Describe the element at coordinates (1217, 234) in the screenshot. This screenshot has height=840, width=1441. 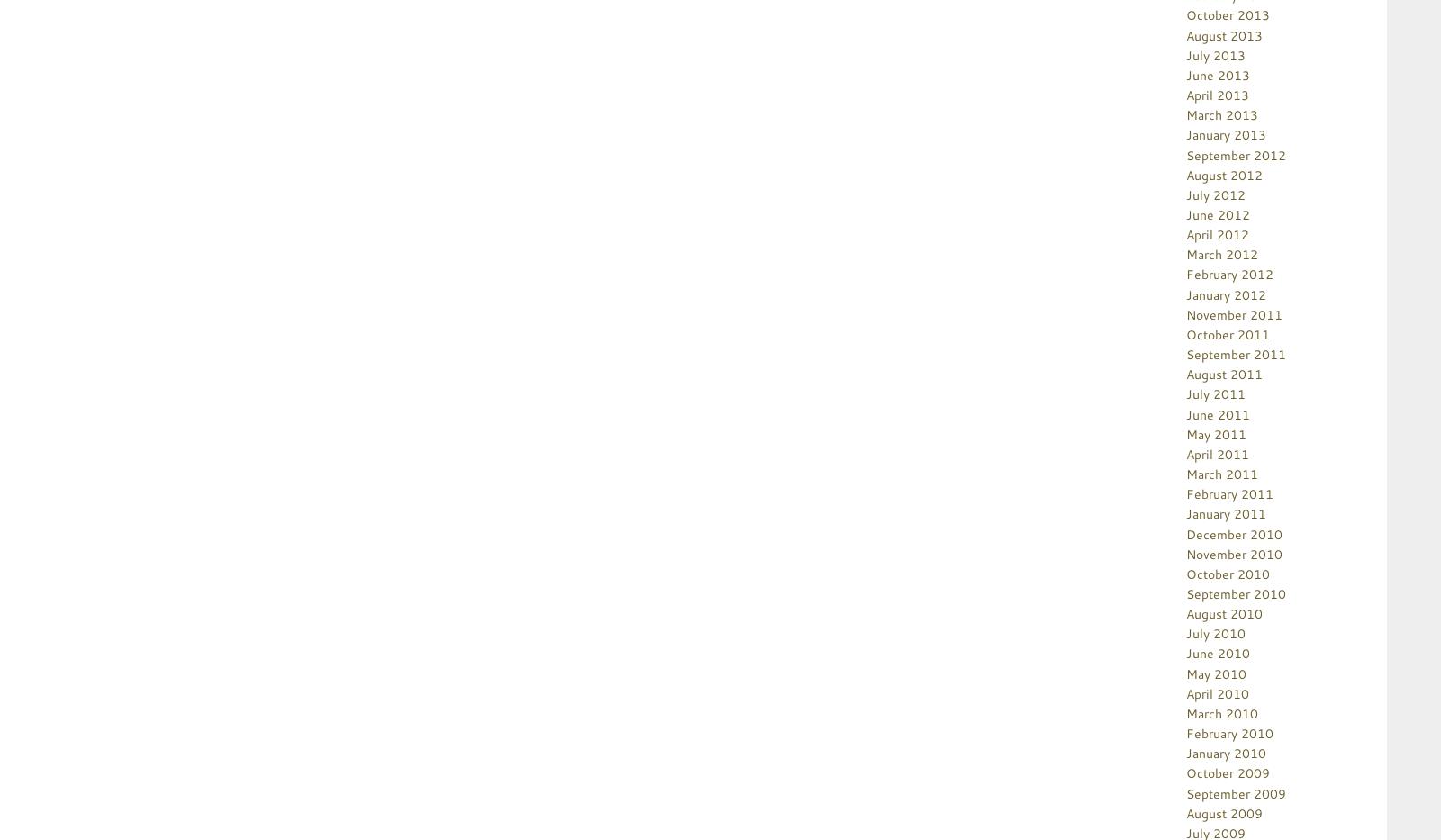
I see `'April 2012'` at that location.